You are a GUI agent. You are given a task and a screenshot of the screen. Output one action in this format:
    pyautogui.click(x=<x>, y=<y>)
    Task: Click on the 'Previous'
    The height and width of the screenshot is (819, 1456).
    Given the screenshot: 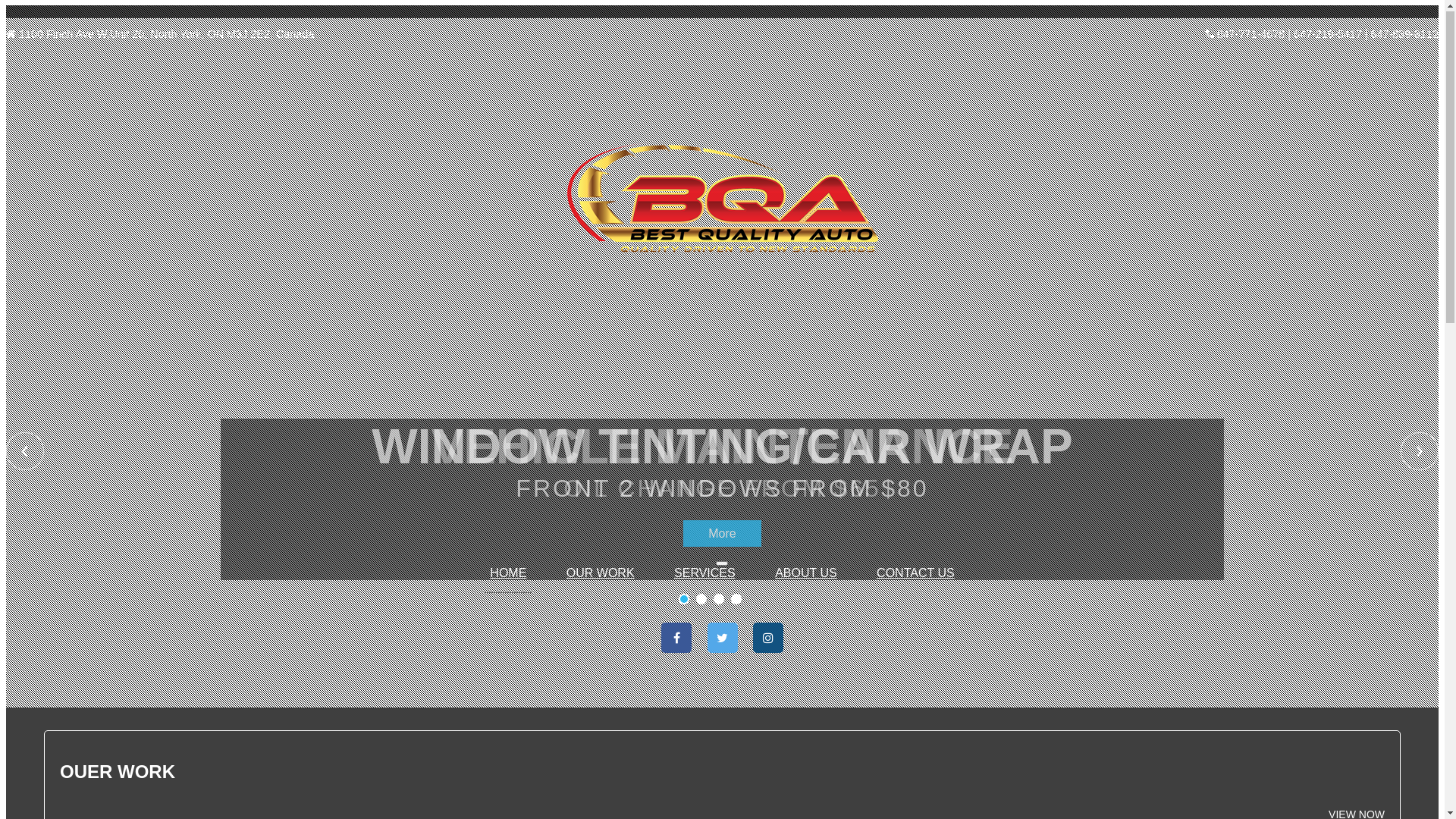 What is the action you would take?
    pyautogui.click(x=25, y=451)
    